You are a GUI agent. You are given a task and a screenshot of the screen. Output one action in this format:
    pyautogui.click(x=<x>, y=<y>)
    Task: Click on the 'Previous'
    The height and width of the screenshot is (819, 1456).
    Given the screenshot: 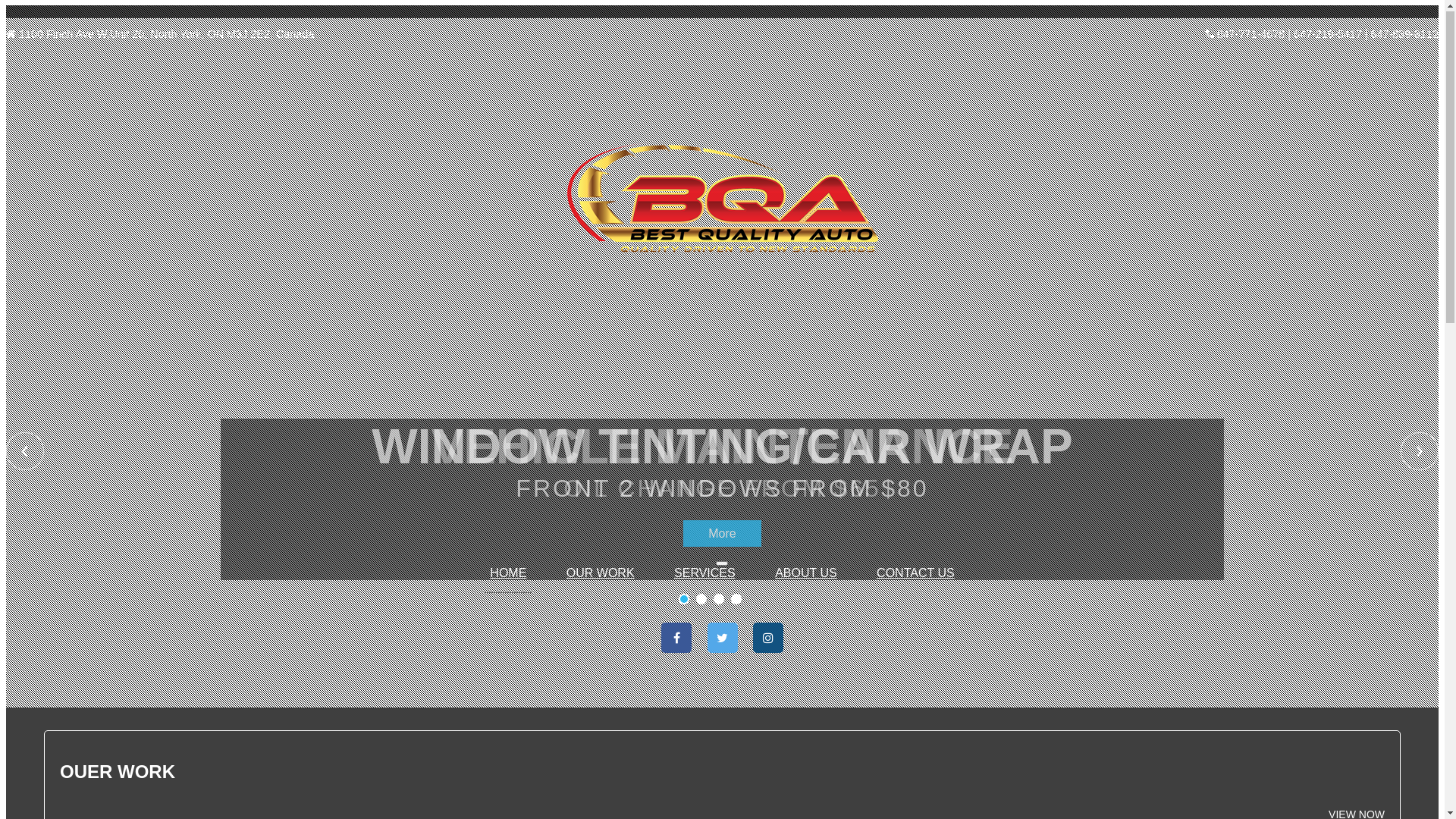 What is the action you would take?
    pyautogui.click(x=25, y=451)
    